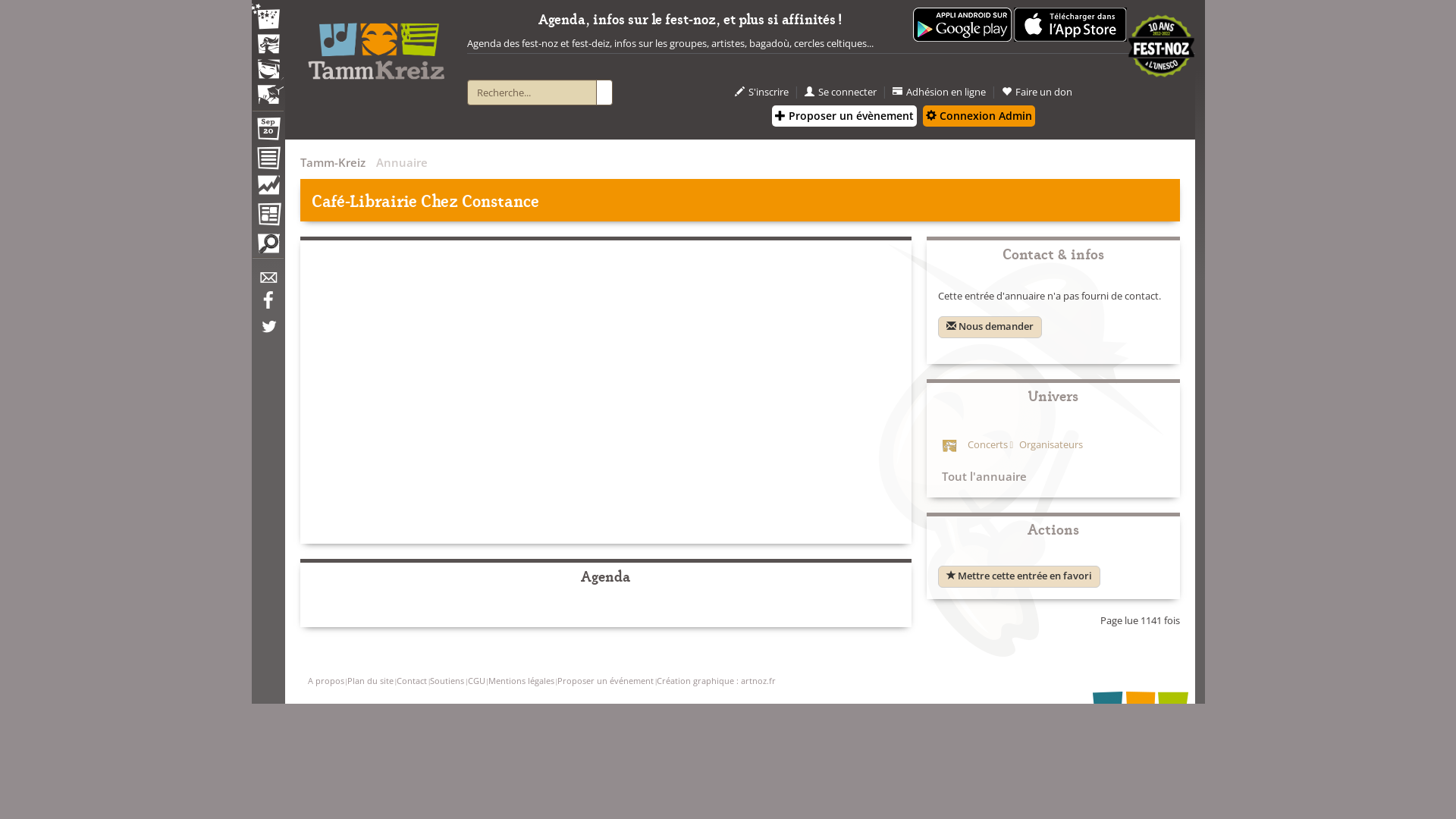  What do you see at coordinates (331, 162) in the screenshot?
I see `'Tamm-Kreiz'` at bounding box center [331, 162].